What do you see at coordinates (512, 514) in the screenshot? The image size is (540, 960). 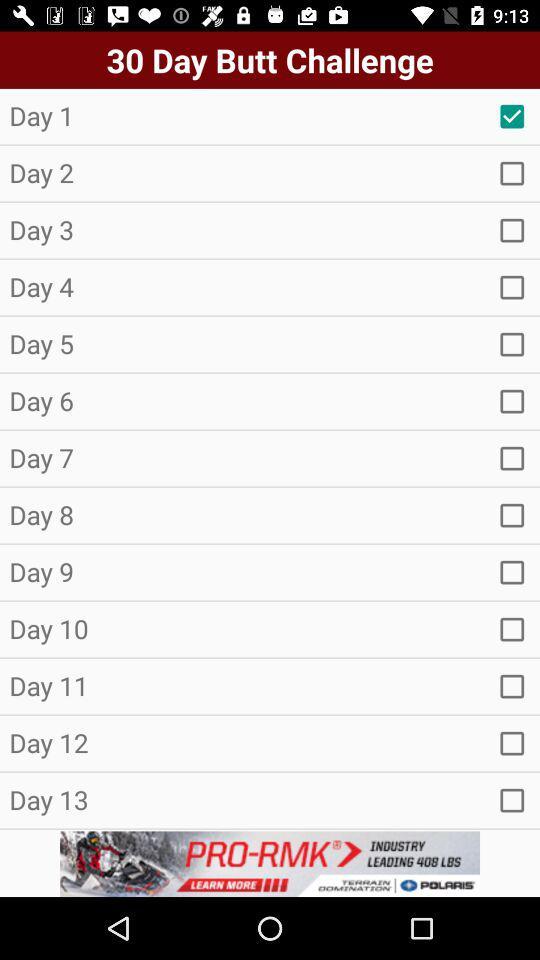 I see `day 8` at bounding box center [512, 514].